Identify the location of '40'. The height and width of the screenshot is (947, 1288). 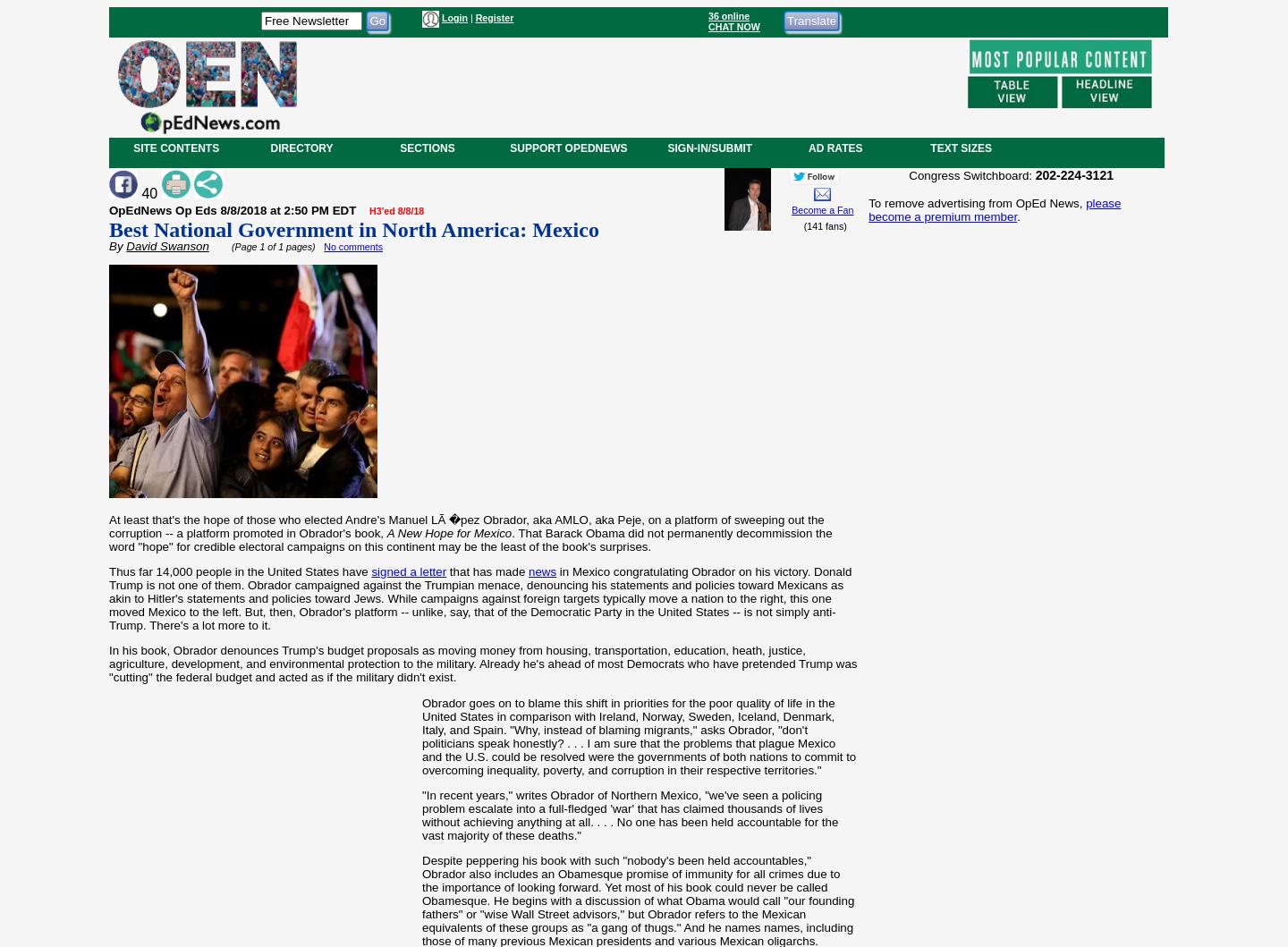
(148, 192).